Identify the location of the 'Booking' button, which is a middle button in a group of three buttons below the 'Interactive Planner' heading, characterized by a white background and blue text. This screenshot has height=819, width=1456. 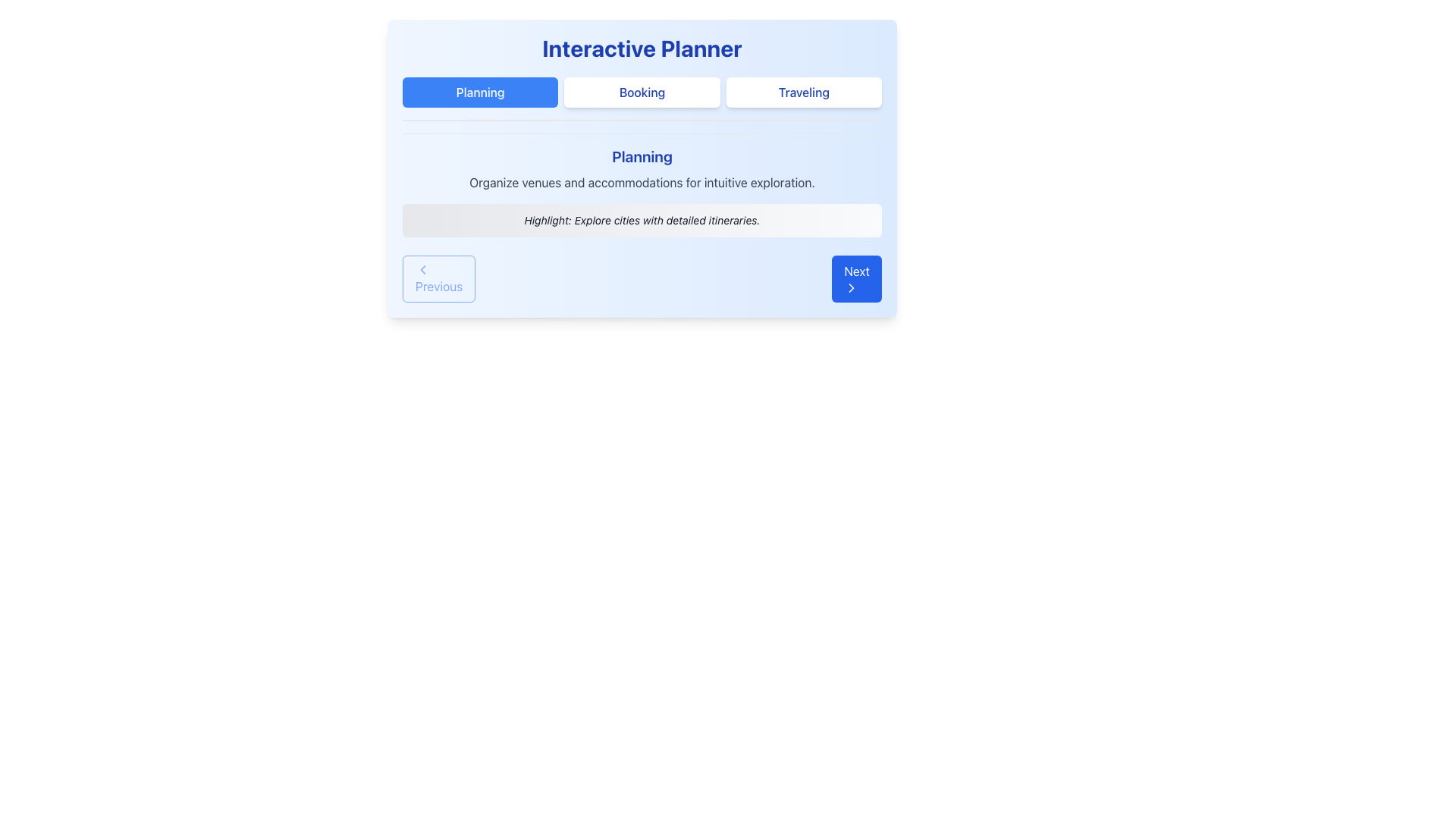
(642, 99).